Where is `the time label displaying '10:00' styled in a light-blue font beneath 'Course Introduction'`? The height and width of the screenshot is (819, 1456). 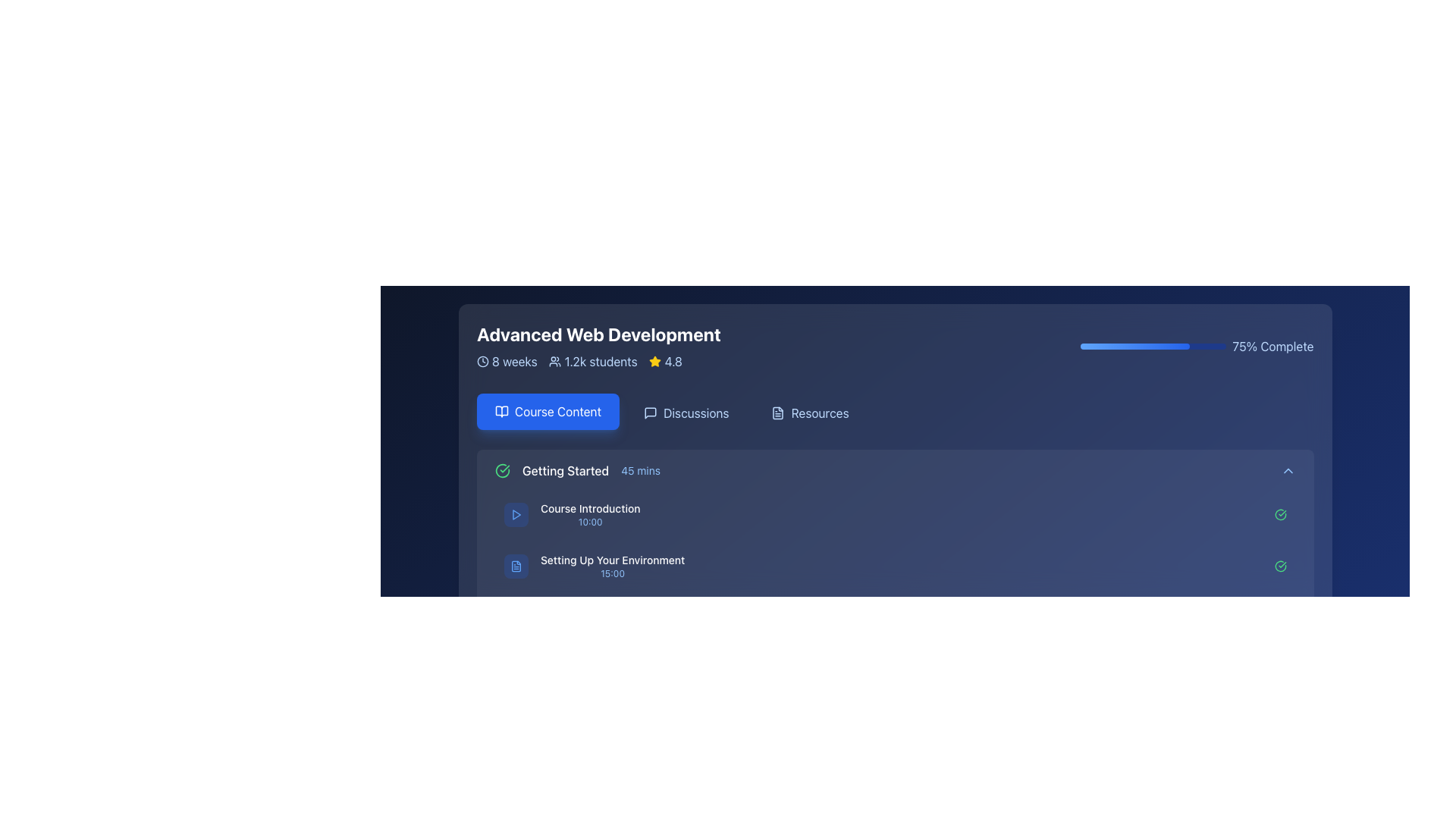 the time label displaying '10:00' styled in a light-blue font beneath 'Course Introduction' is located at coordinates (589, 522).